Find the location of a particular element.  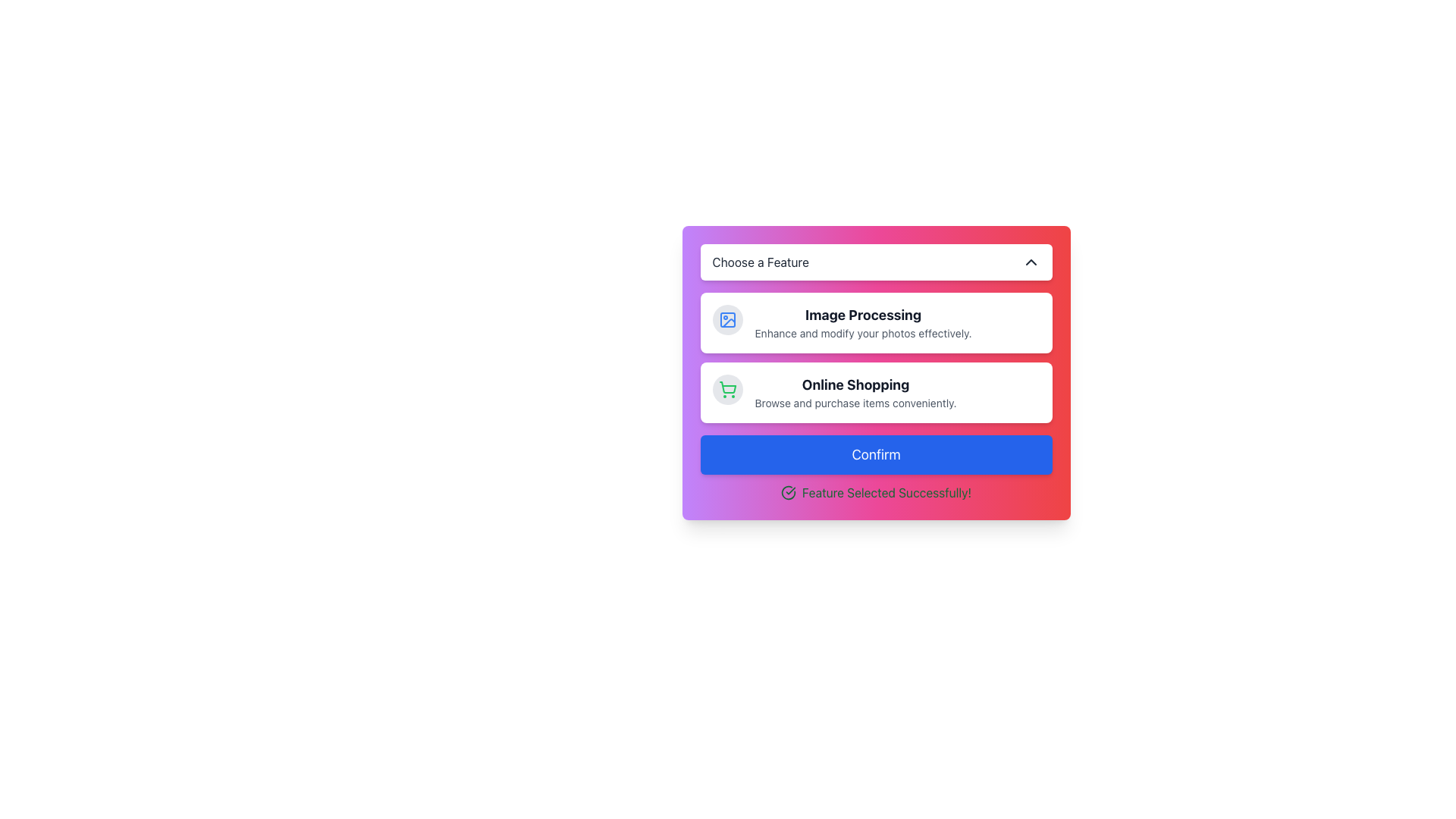

the 'Online Shopping' feature selection option, which includes a green shopping cart icon and descriptive text is located at coordinates (876, 391).